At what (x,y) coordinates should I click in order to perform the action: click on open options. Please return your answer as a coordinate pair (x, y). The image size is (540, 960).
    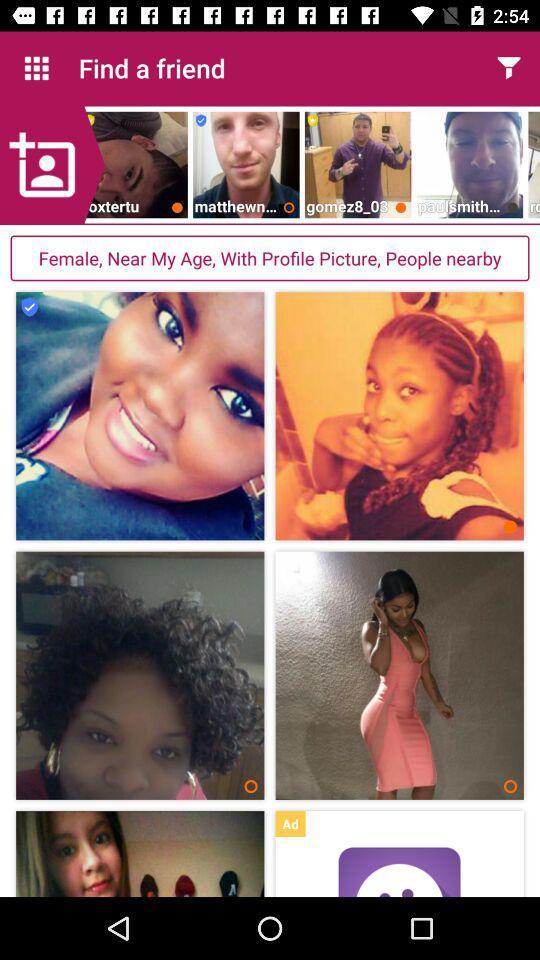
    Looking at the image, I should click on (508, 68).